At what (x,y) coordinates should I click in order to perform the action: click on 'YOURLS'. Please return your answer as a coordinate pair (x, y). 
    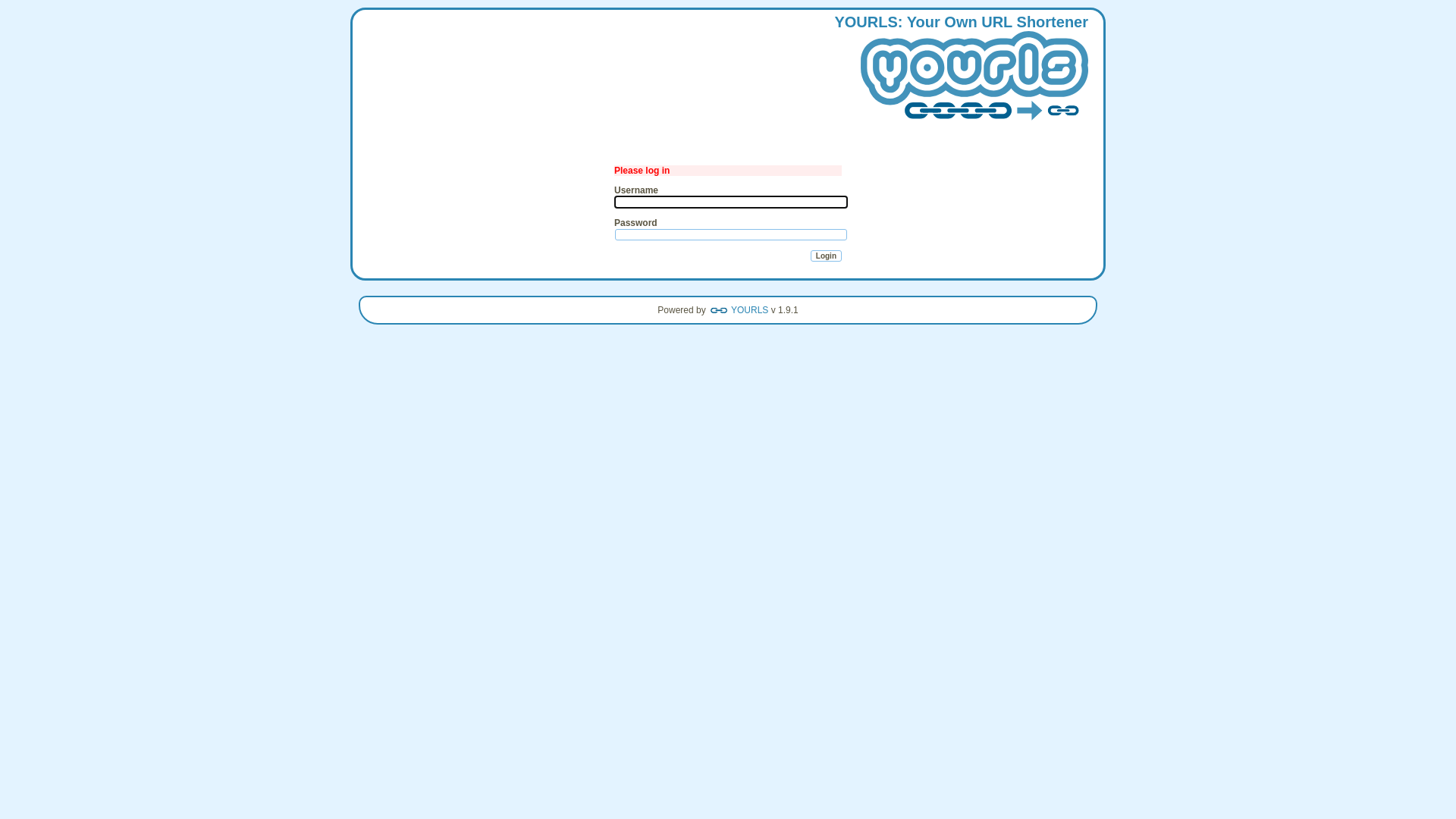
    Looking at the image, I should click on (708, 309).